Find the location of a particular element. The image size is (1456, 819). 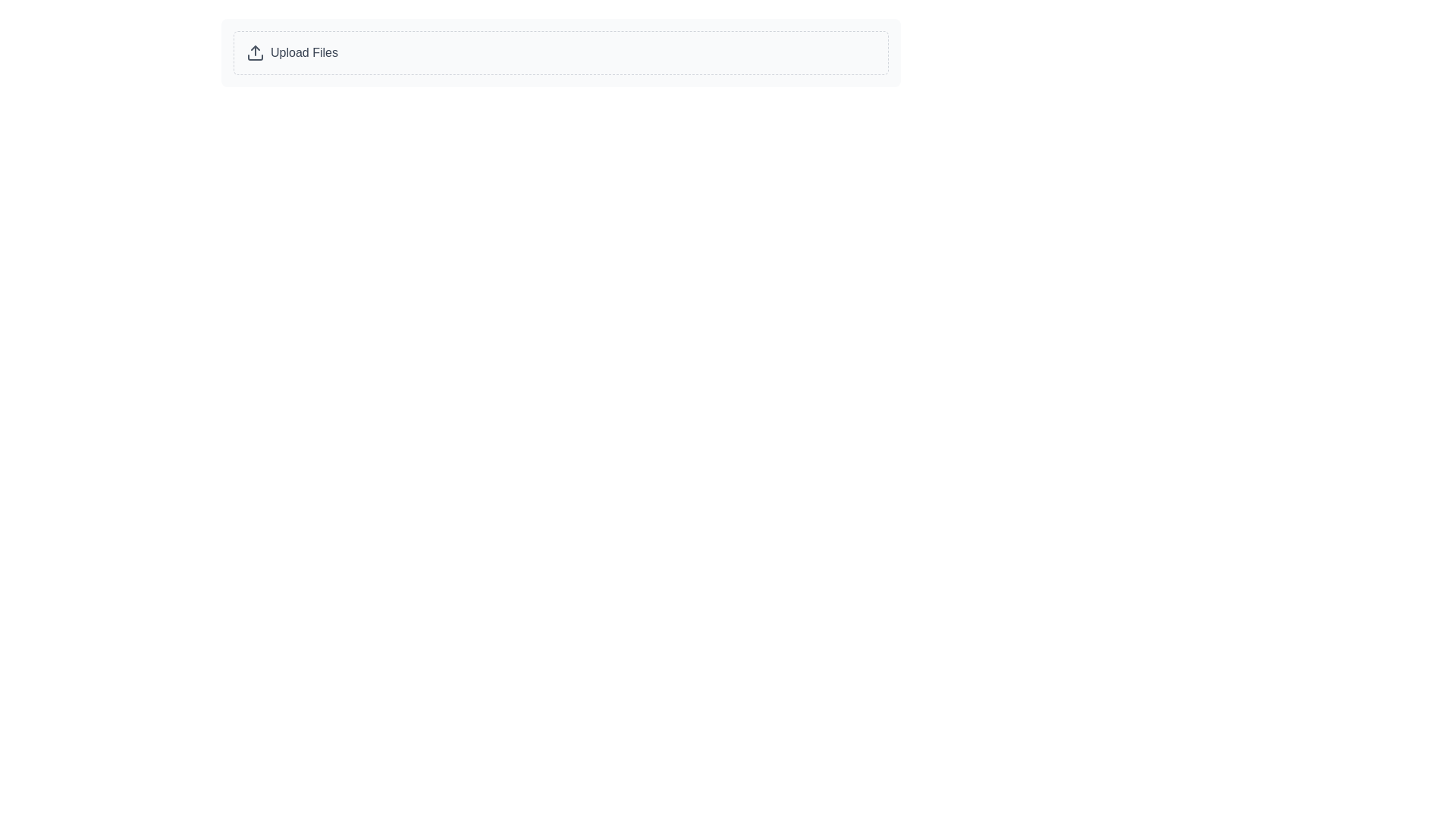

the upload icon located to the far left of the 'Upload Files' area is located at coordinates (255, 52).